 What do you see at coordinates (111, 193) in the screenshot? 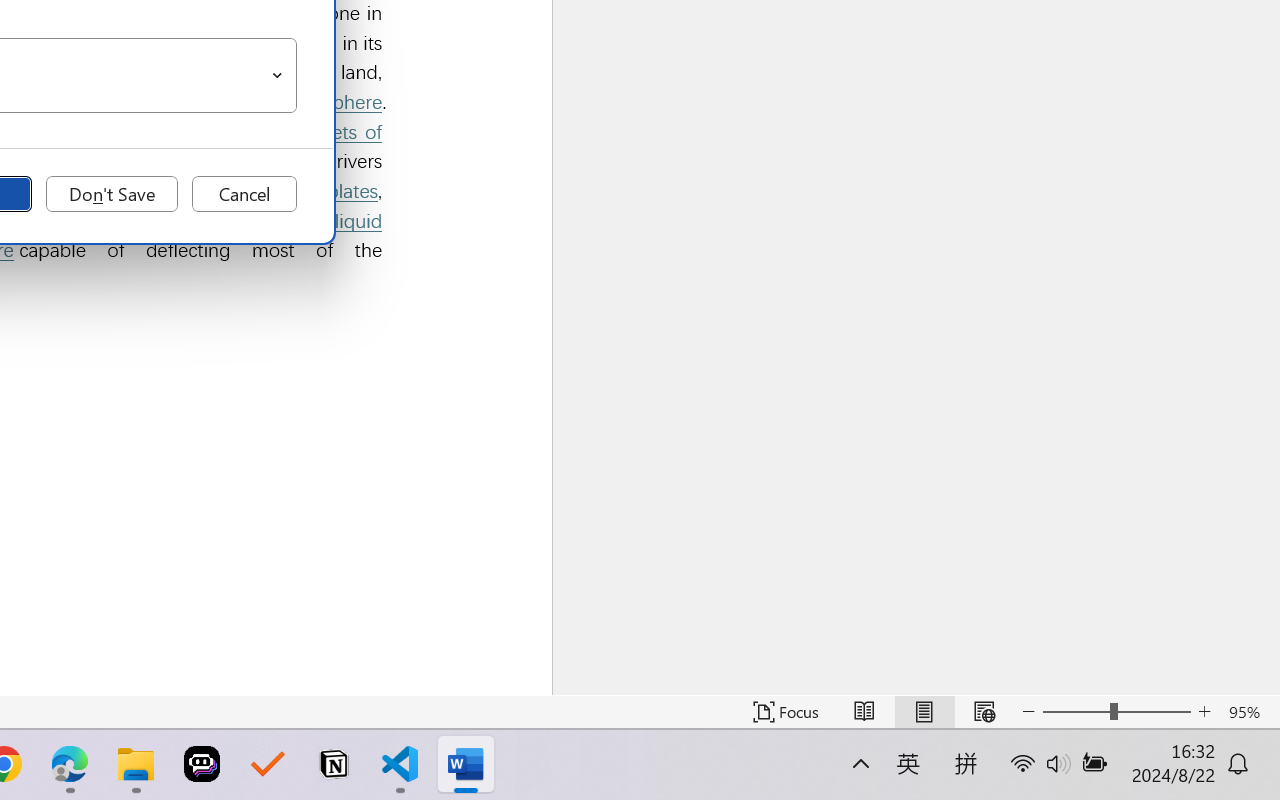
I see `'Don'` at bounding box center [111, 193].